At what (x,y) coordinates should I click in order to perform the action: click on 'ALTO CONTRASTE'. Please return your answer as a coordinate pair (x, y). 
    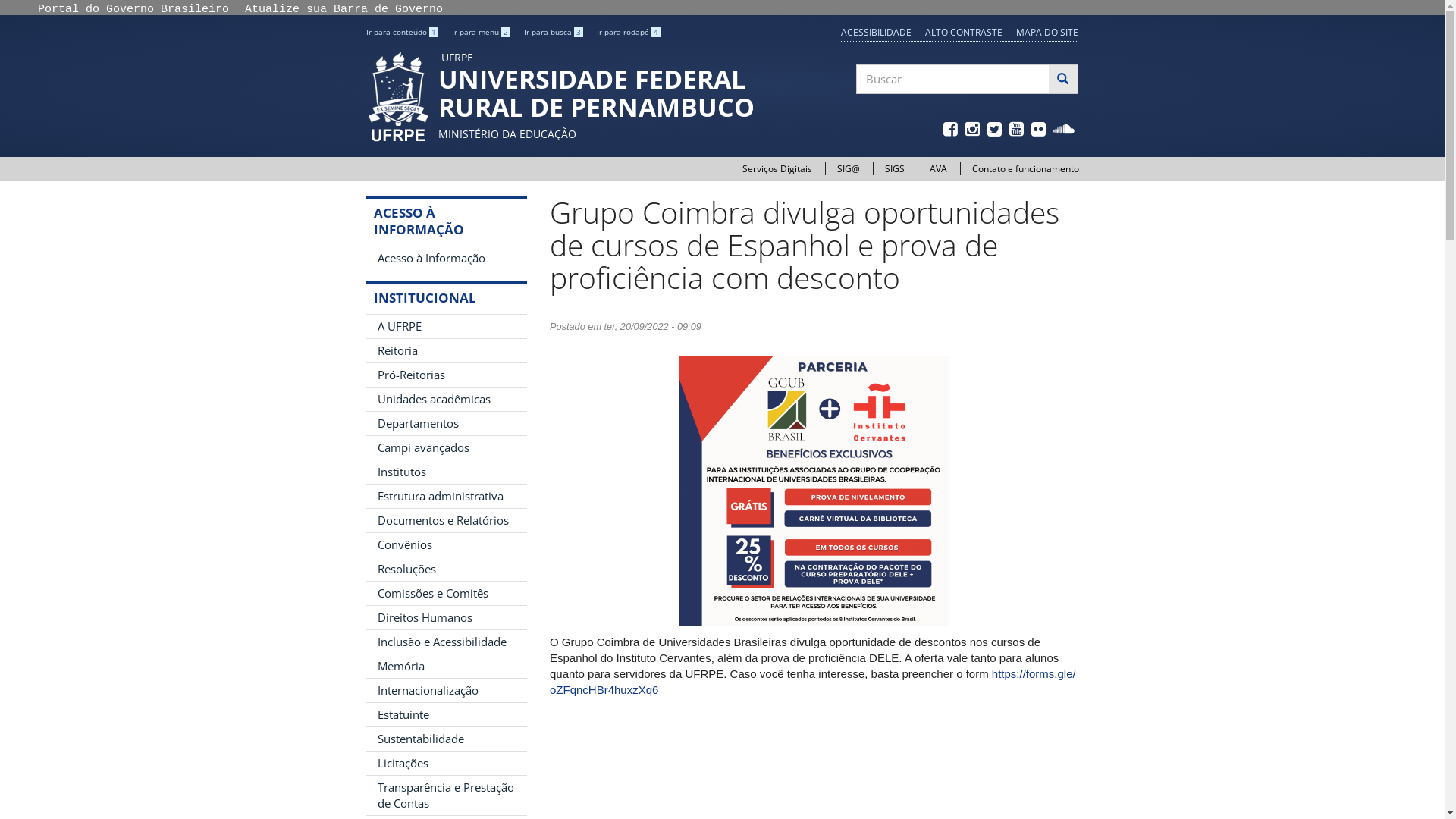
    Looking at the image, I should click on (963, 32).